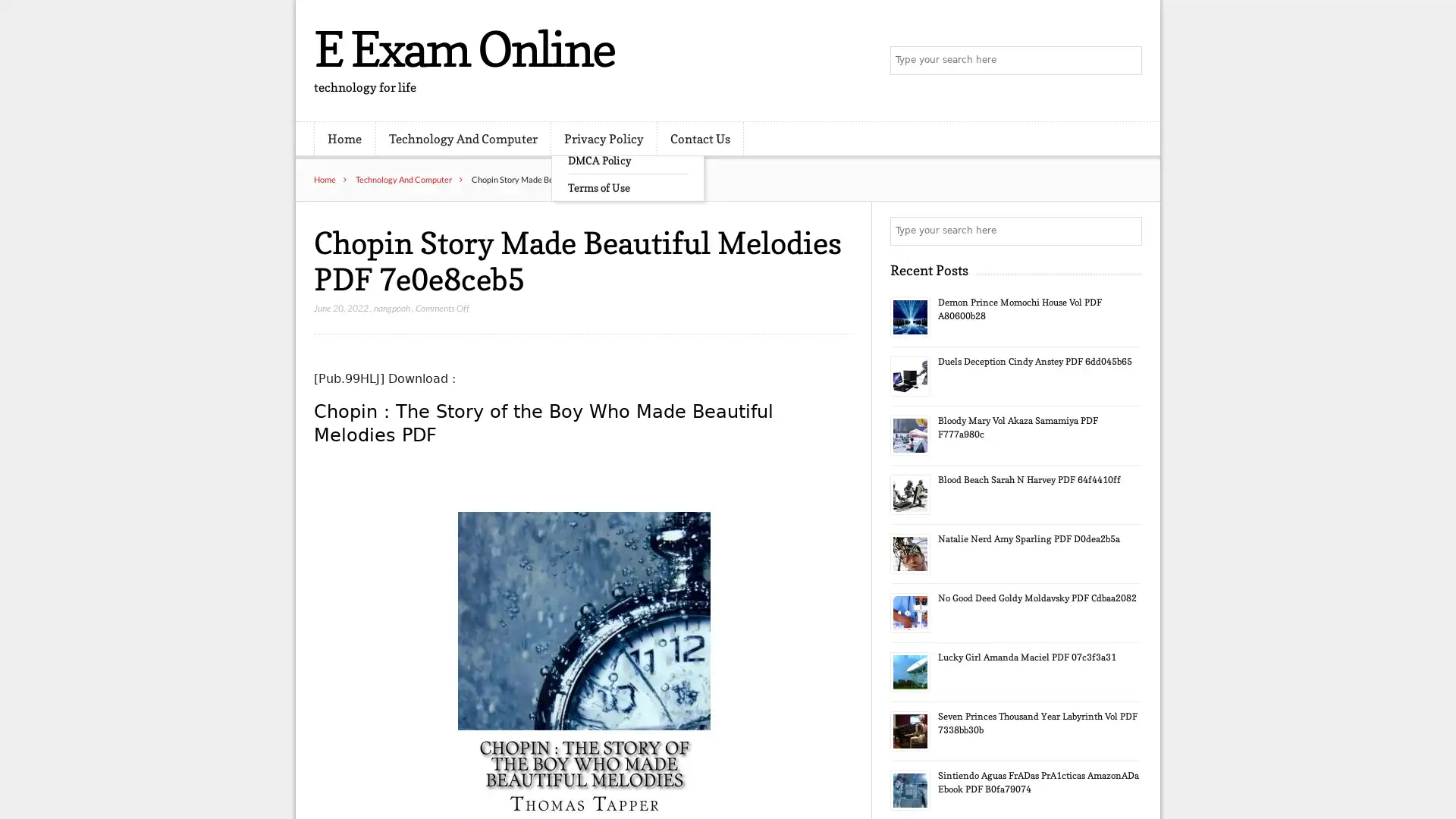  I want to click on Search, so click(1126, 231).